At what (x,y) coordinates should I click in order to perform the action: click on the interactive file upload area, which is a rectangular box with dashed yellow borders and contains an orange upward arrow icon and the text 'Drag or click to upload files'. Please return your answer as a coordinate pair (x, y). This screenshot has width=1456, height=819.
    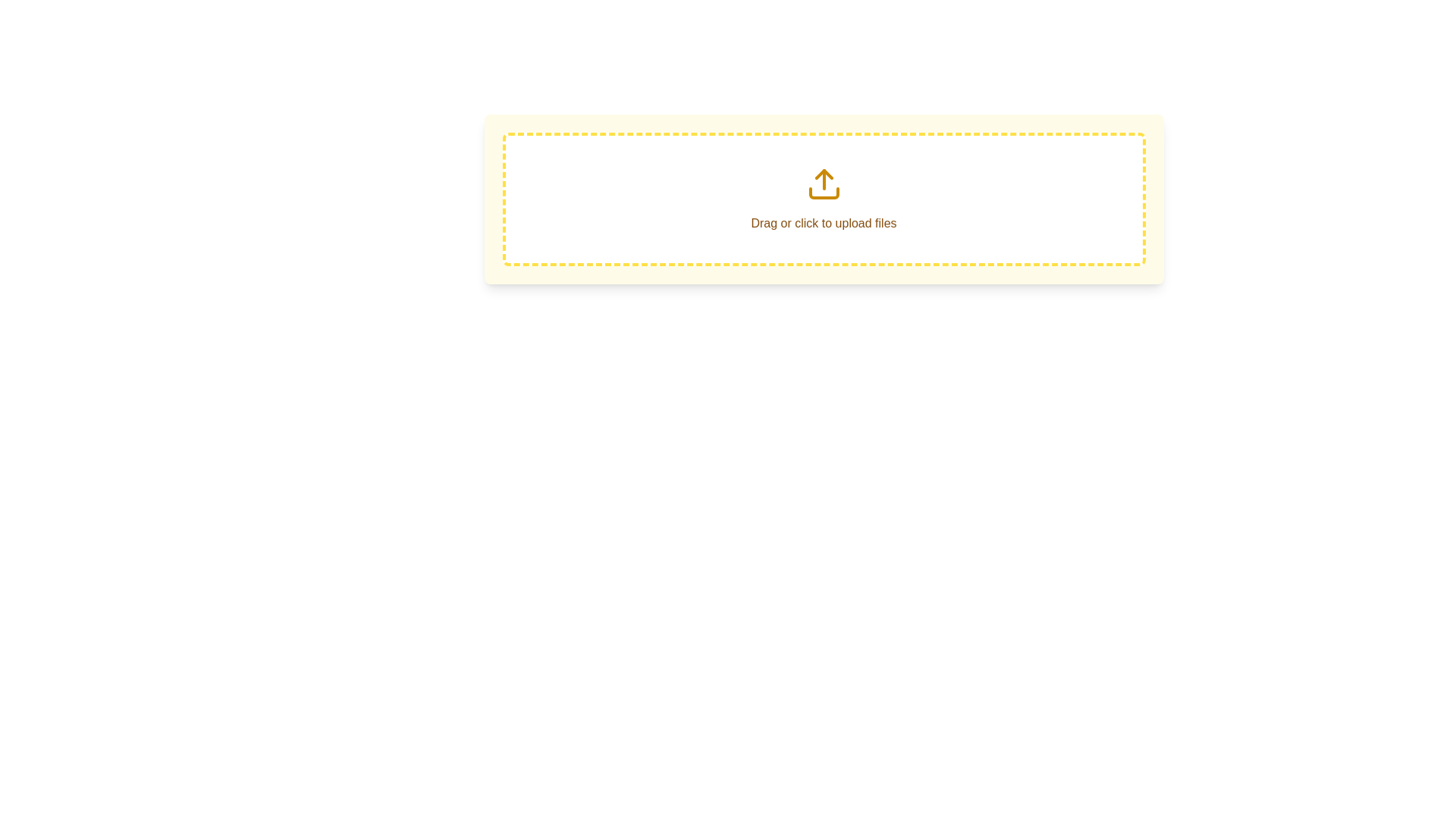
    Looking at the image, I should click on (823, 198).